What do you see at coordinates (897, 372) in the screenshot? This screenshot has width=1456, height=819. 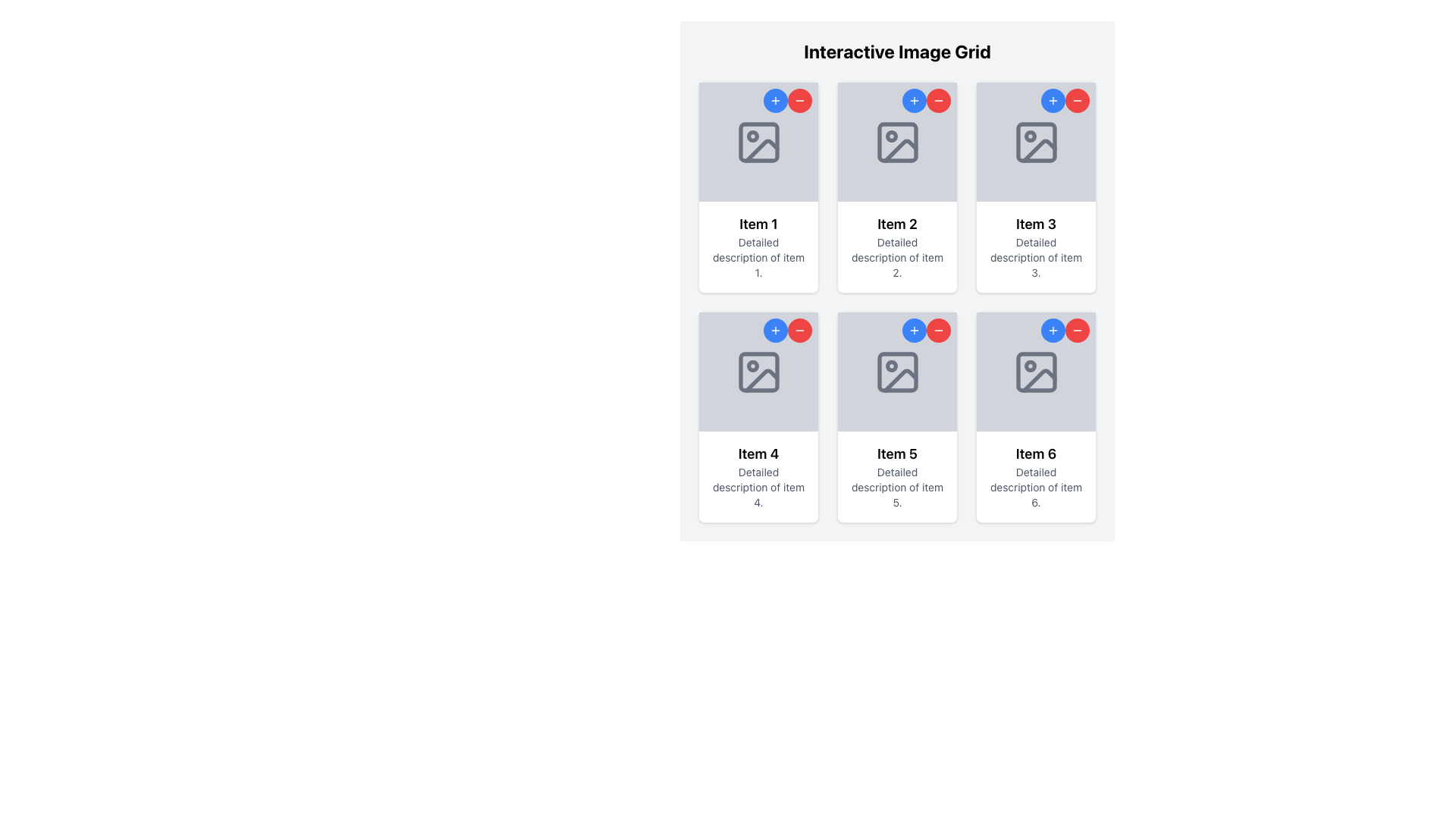 I see `the icon element representing a photo-like content, located in the fifth grid item labeled 'Item 5' in a 2x3 interactive image grid layout` at bounding box center [897, 372].